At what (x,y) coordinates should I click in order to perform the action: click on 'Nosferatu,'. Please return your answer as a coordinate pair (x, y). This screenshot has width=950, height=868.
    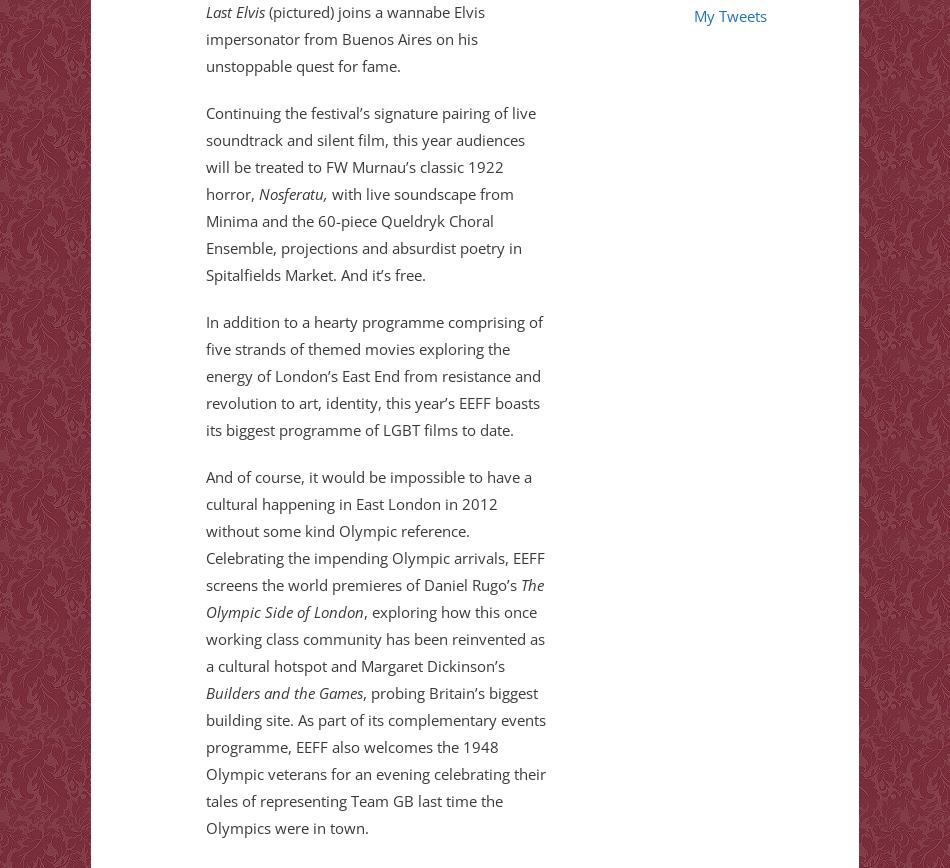
    Looking at the image, I should click on (257, 193).